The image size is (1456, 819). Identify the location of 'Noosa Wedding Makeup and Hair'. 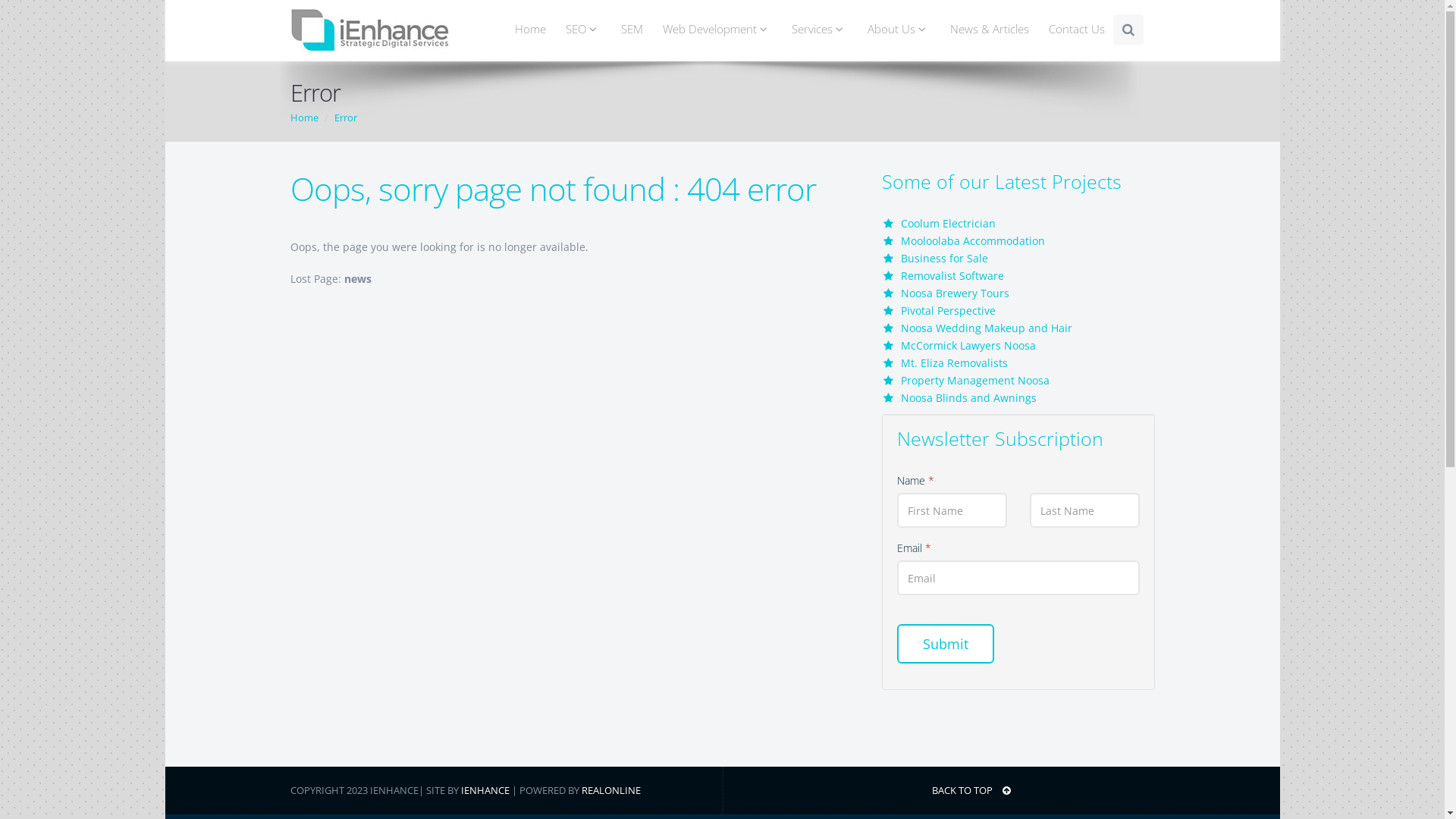
(986, 327).